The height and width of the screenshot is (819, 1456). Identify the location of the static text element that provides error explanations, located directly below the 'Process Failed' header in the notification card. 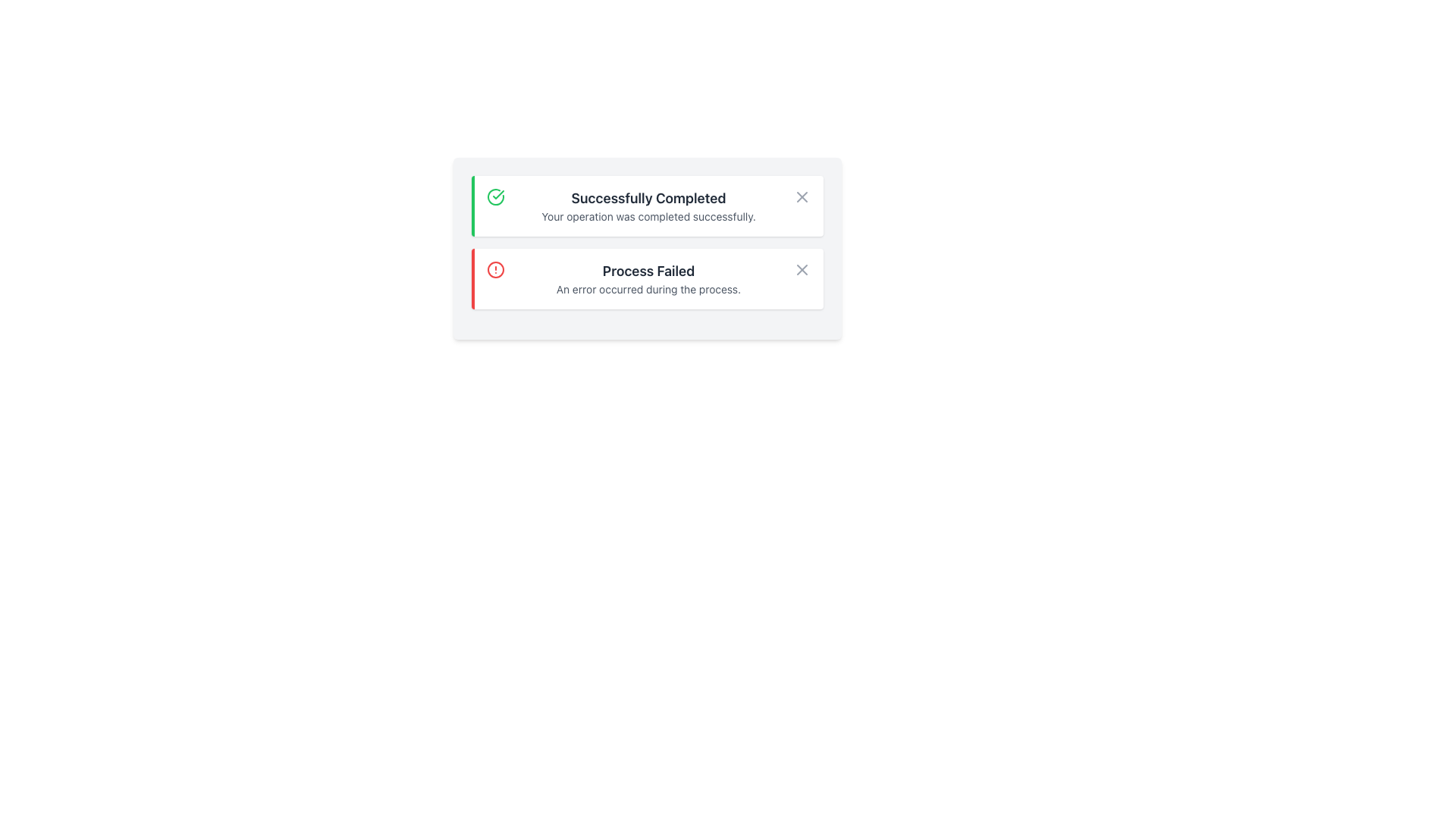
(648, 289).